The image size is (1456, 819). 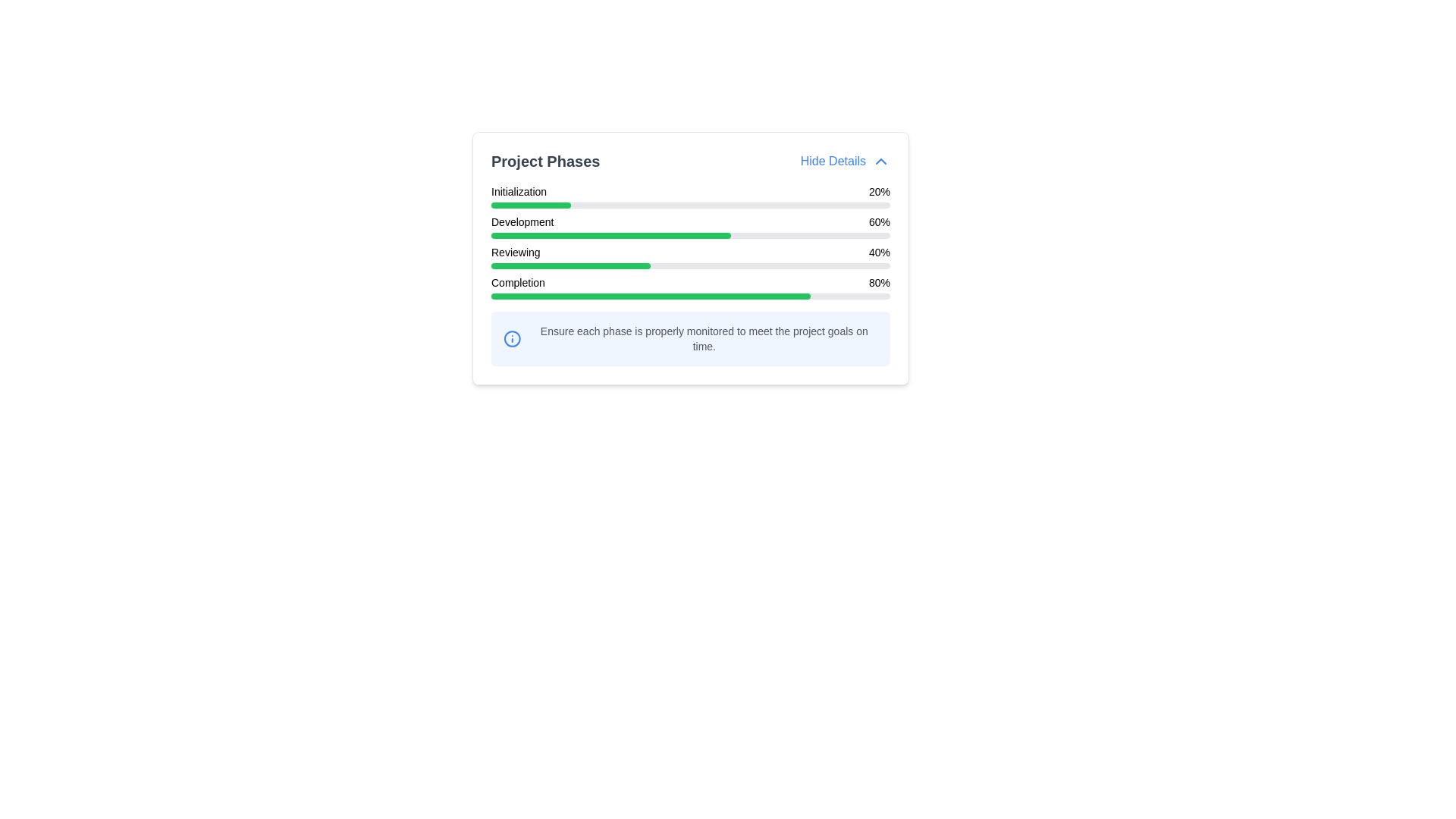 I want to click on the informational banner with a blue info icon and gray text that advises on project monitoring, located centrally below the progress bars, so click(x=690, y=338).